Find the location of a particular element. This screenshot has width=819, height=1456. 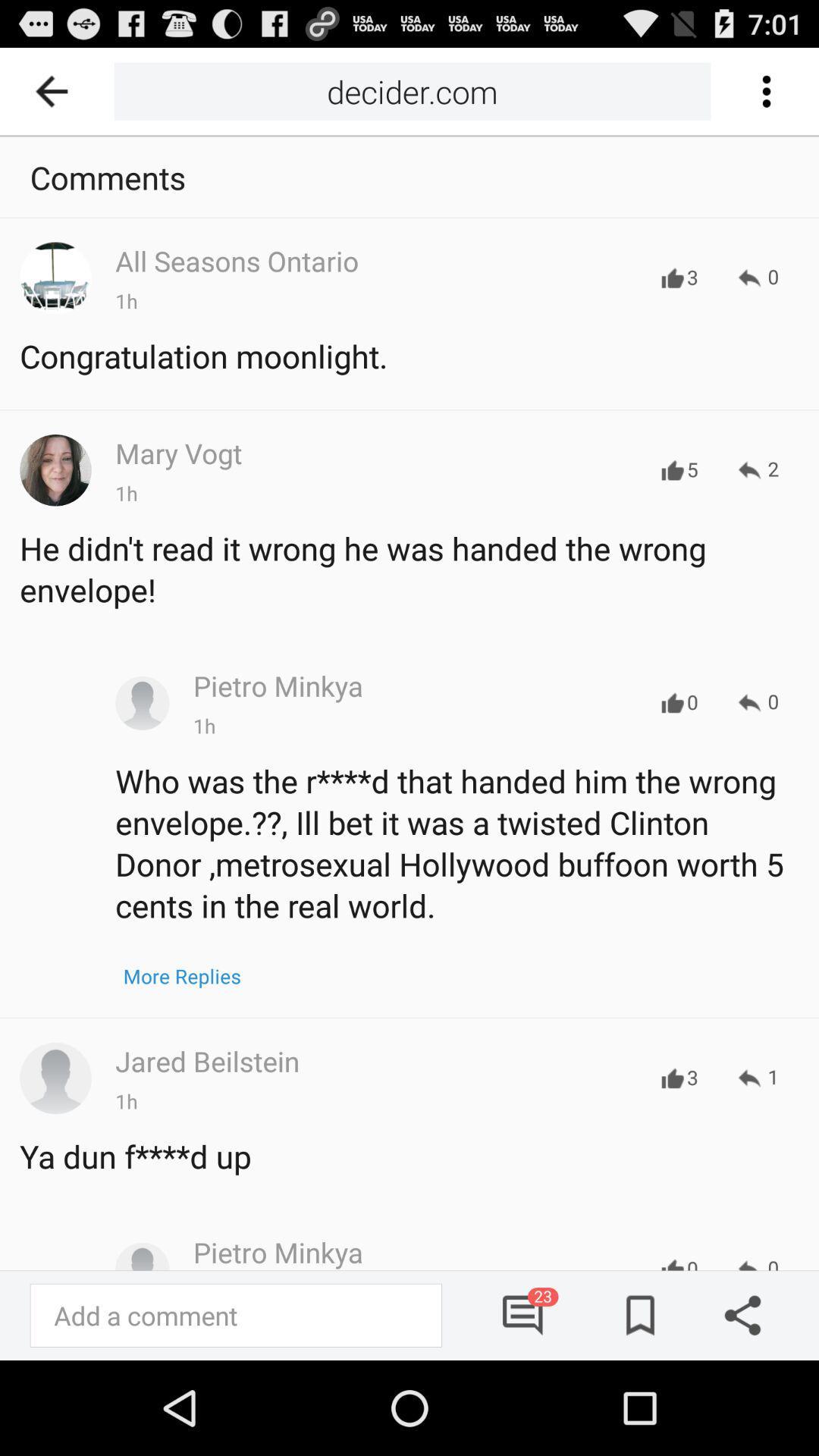

item below ya dun f icon is located at coordinates (523, 1314).